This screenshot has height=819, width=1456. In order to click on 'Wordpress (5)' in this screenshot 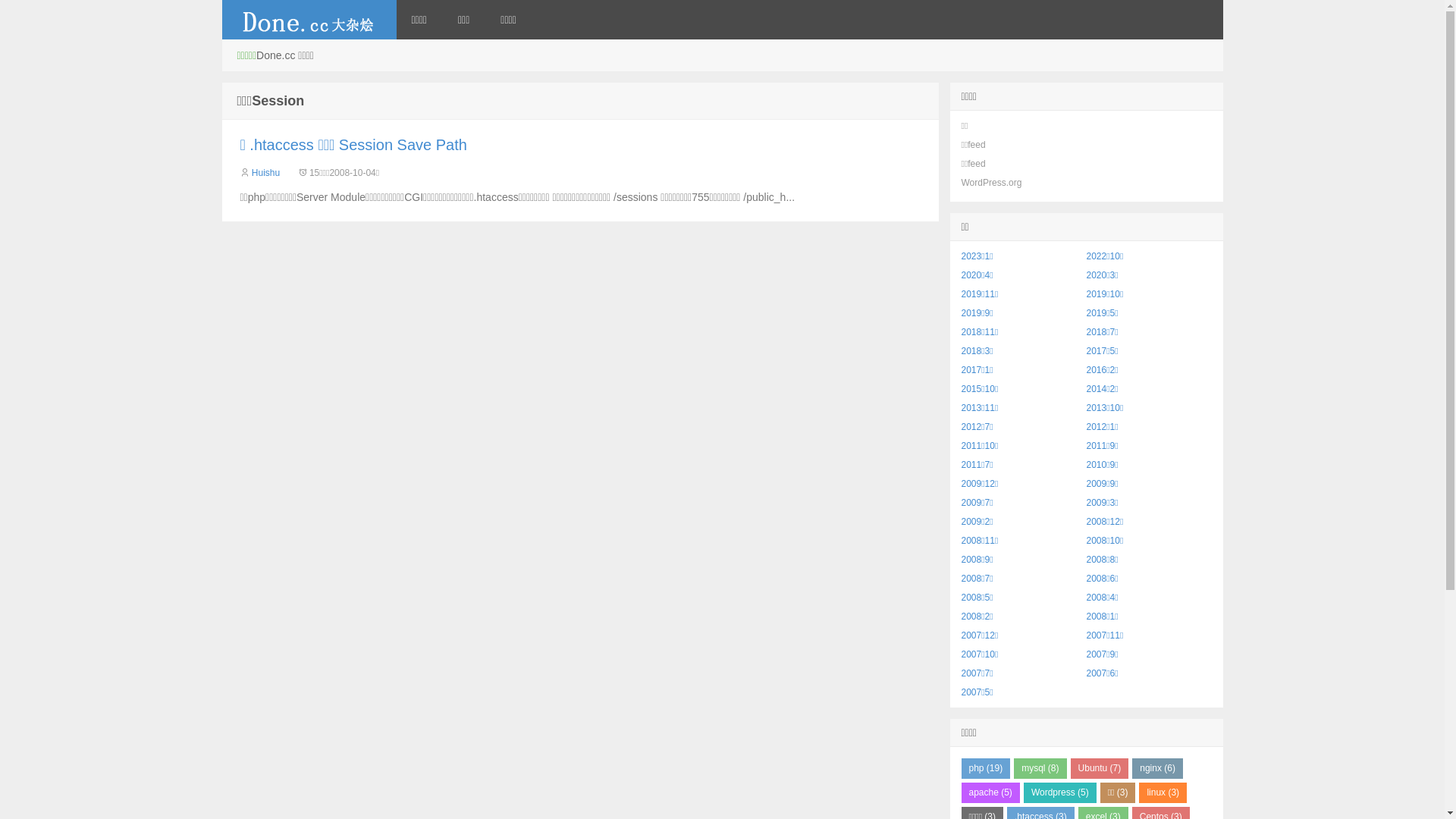, I will do `click(1059, 792)`.